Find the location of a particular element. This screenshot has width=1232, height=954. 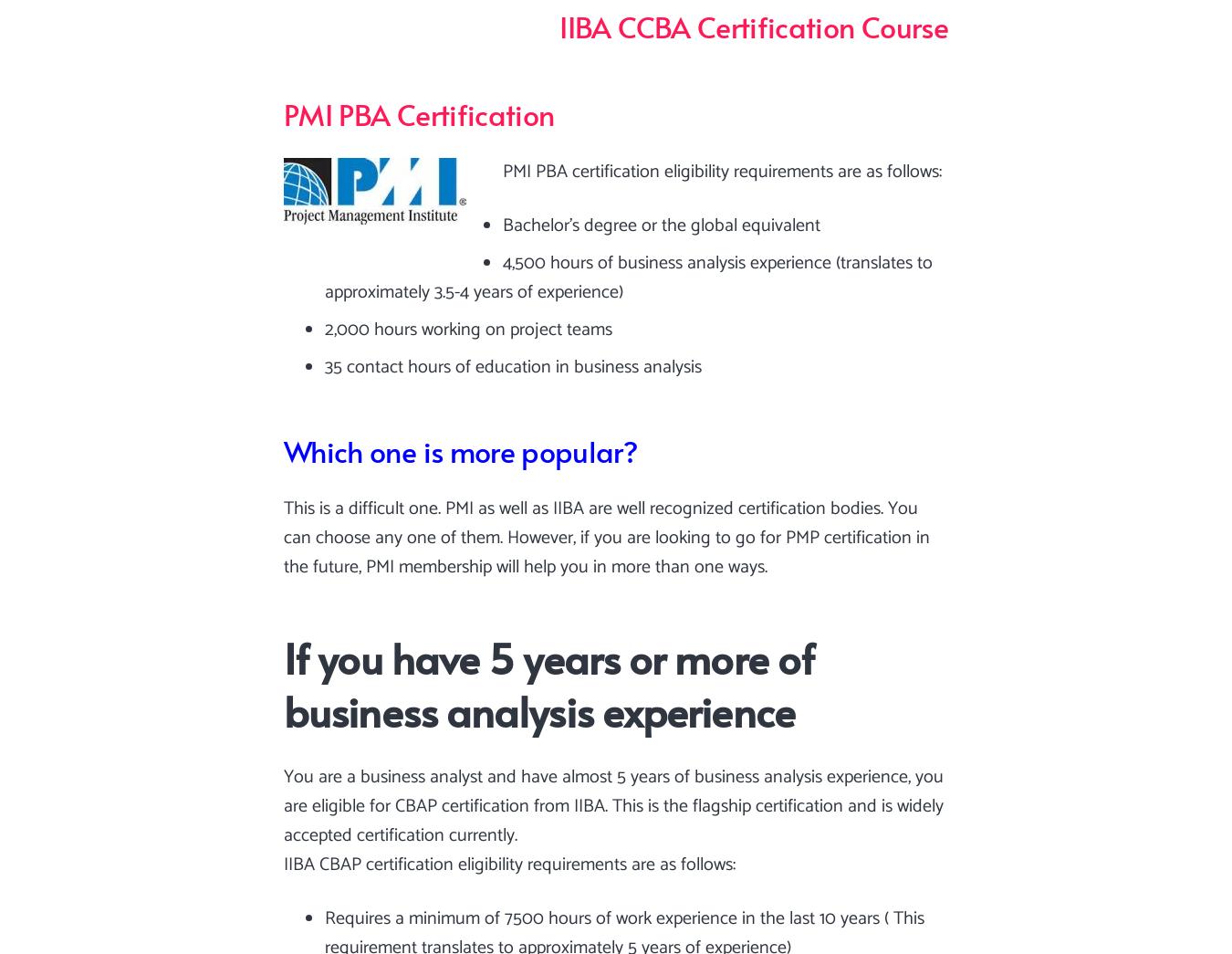

'If you have 5 years or more of business analysis experience' is located at coordinates (548, 682).